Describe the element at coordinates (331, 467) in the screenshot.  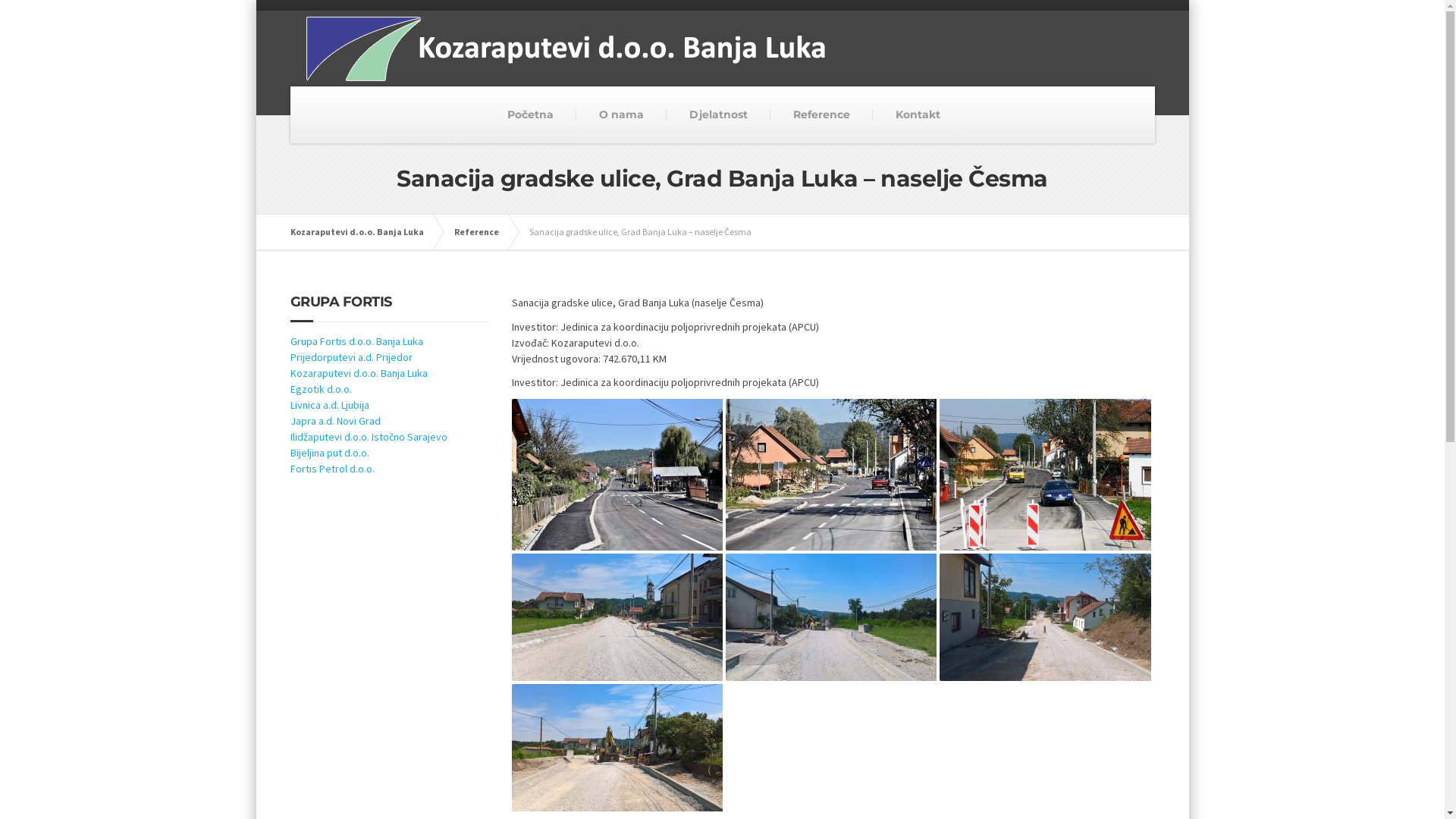
I see `'Fortis Petrol d.o.o.'` at that location.